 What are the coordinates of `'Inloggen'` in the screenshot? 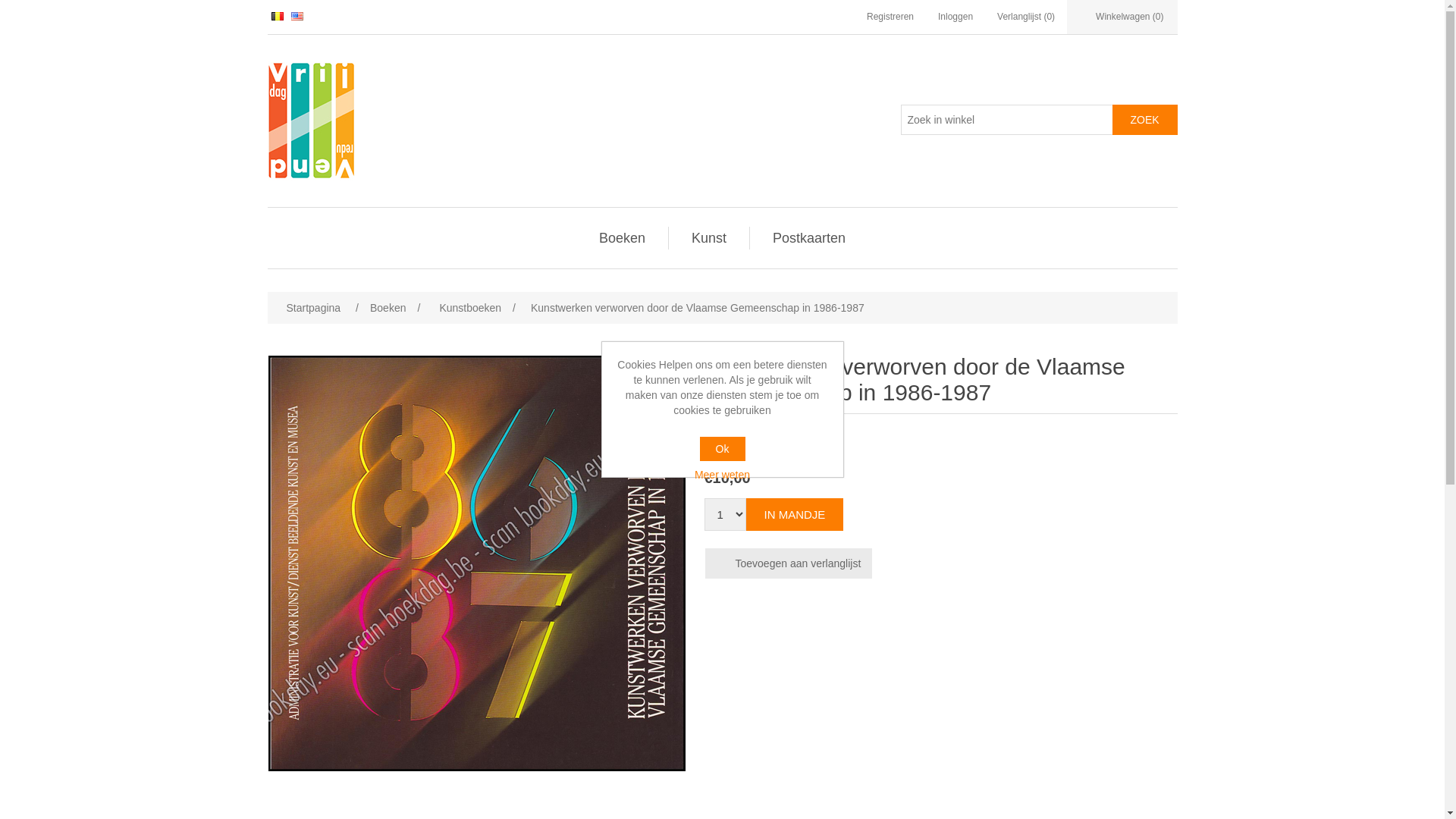 It's located at (954, 17).